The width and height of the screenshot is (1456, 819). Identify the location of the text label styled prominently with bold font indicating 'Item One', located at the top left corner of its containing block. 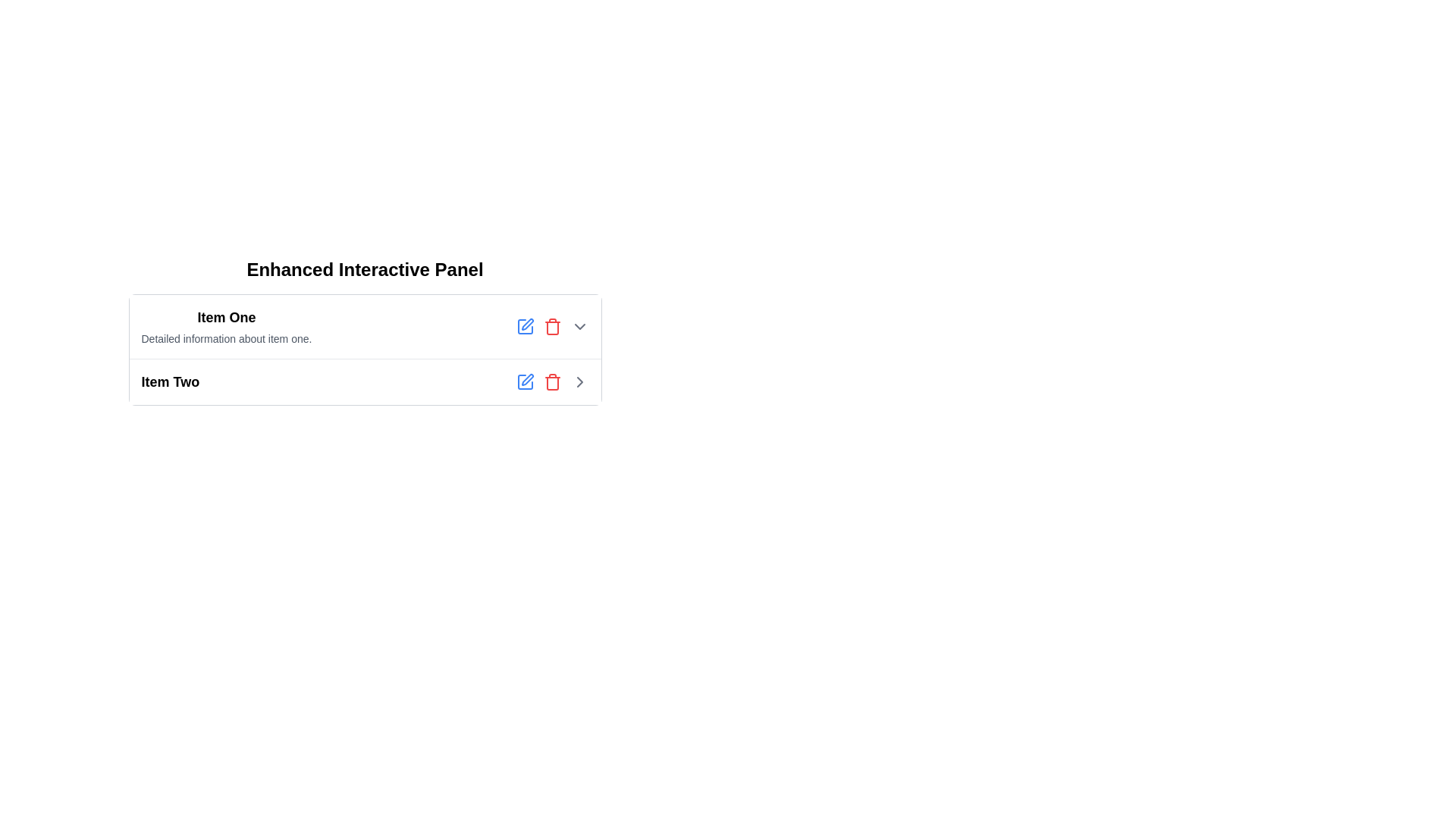
(225, 317).